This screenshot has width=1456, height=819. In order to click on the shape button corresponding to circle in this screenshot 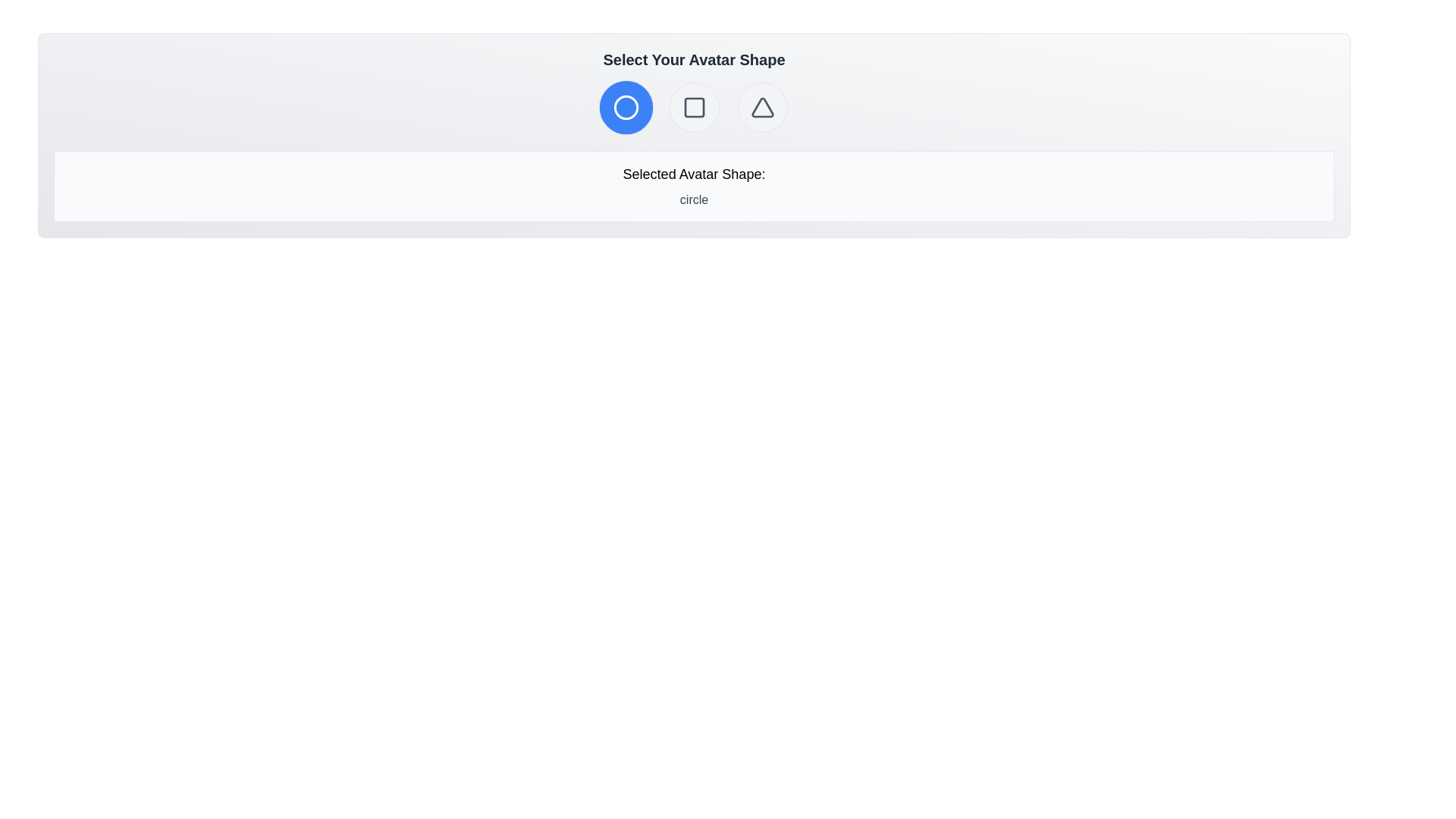, I will do `click(626, 107)`.